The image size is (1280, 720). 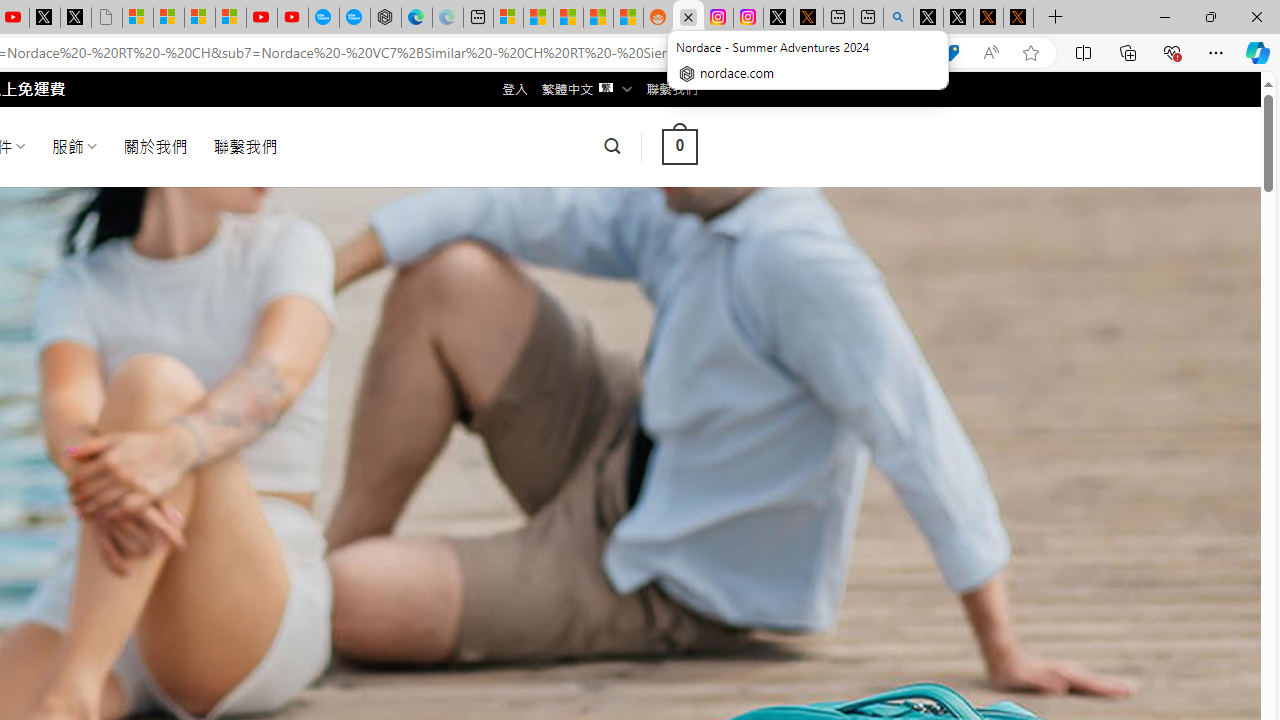 What do you see at coordinates (688, 17) in the screenshot?
I see `'Close tab'` at bounding box center [688, 17].